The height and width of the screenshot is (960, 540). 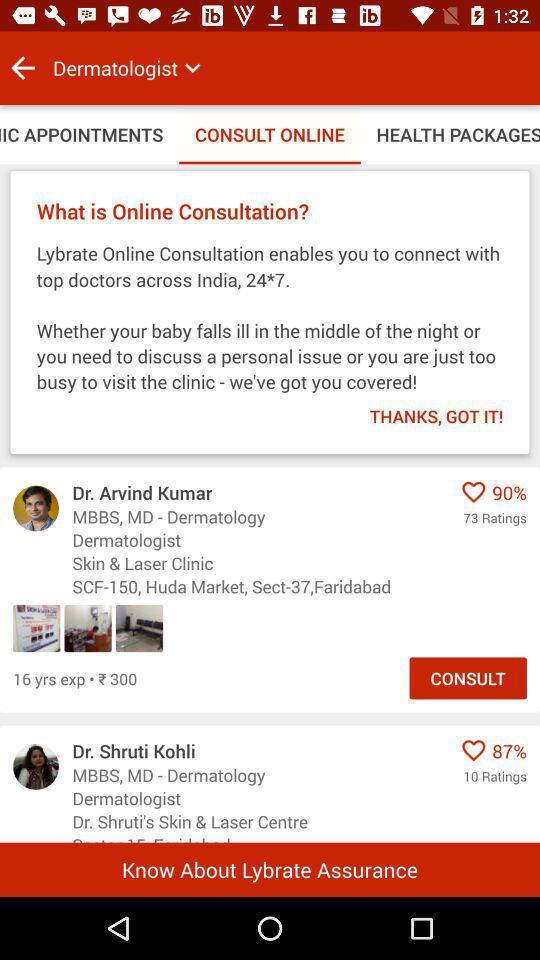 What do you see at coordinates (422, 409) in the screenshot?
I see `the item below lybrate online consultation item` at bounding box center [422, 409].